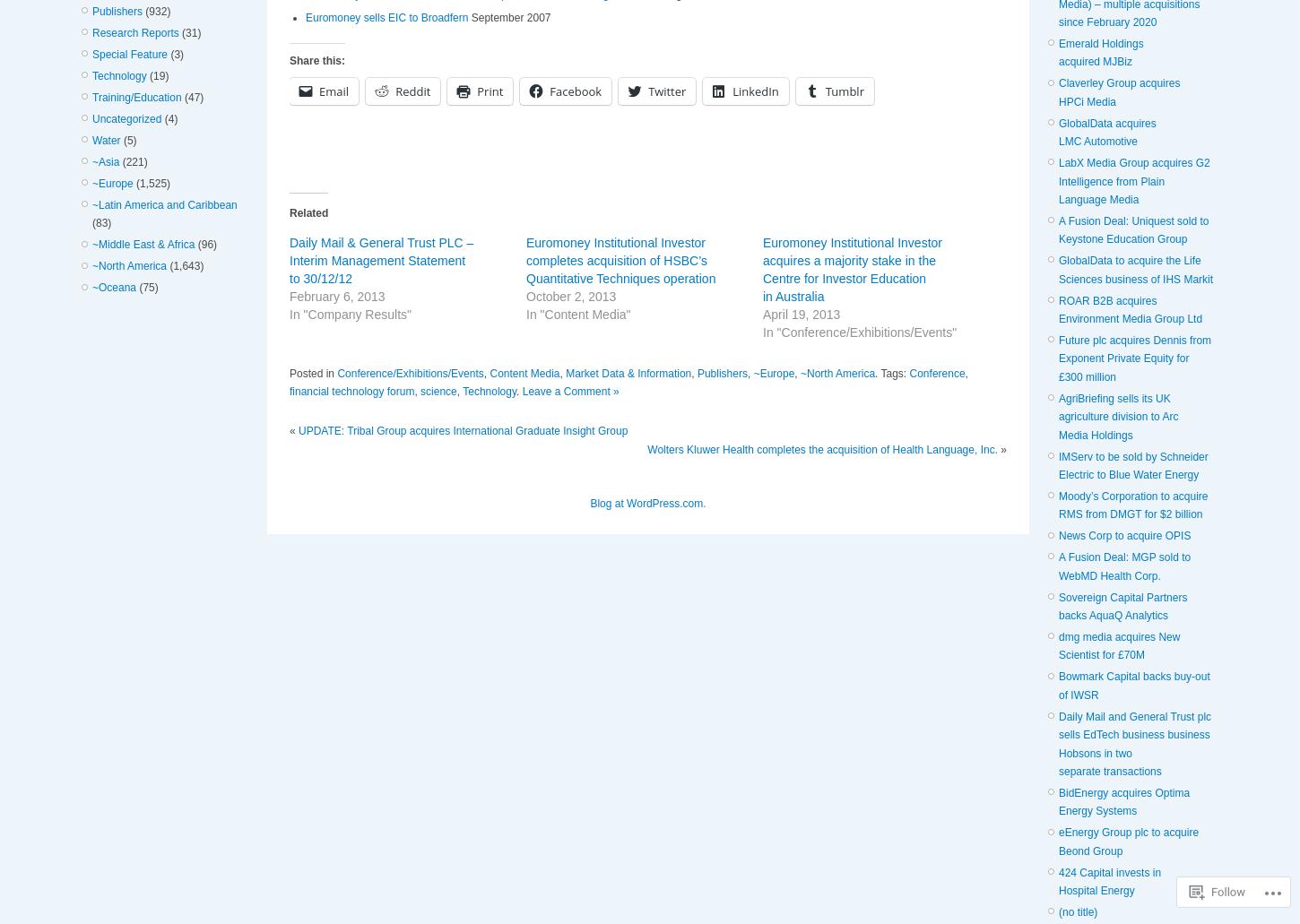  I want to click on 'Bowmark Capital backs buy-out of IWSR', so click(1133, 685).